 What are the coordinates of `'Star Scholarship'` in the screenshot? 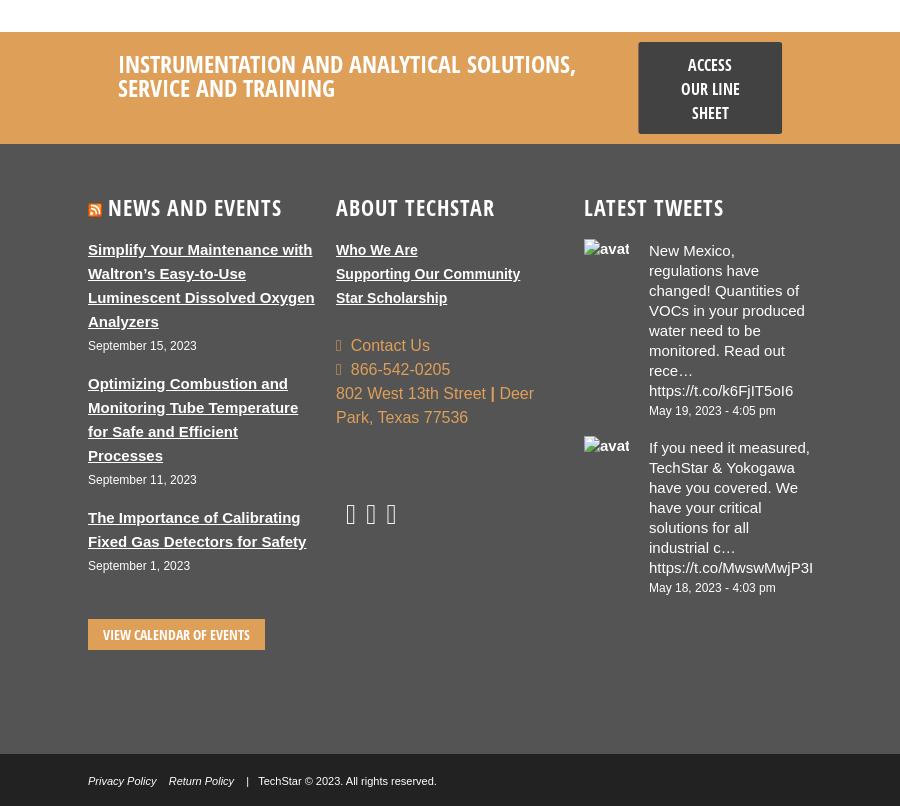 It's located at (391, 297).